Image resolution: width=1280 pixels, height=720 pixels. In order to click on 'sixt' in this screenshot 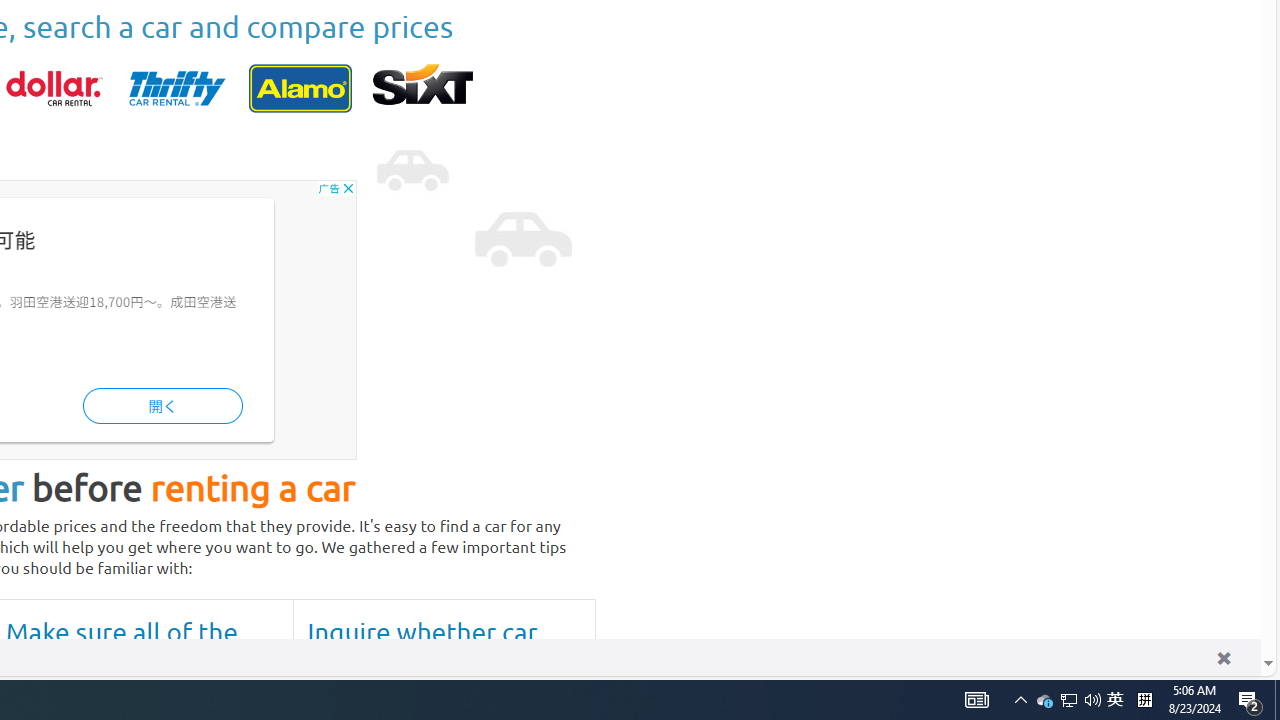, I will do `click(422, 87)`.